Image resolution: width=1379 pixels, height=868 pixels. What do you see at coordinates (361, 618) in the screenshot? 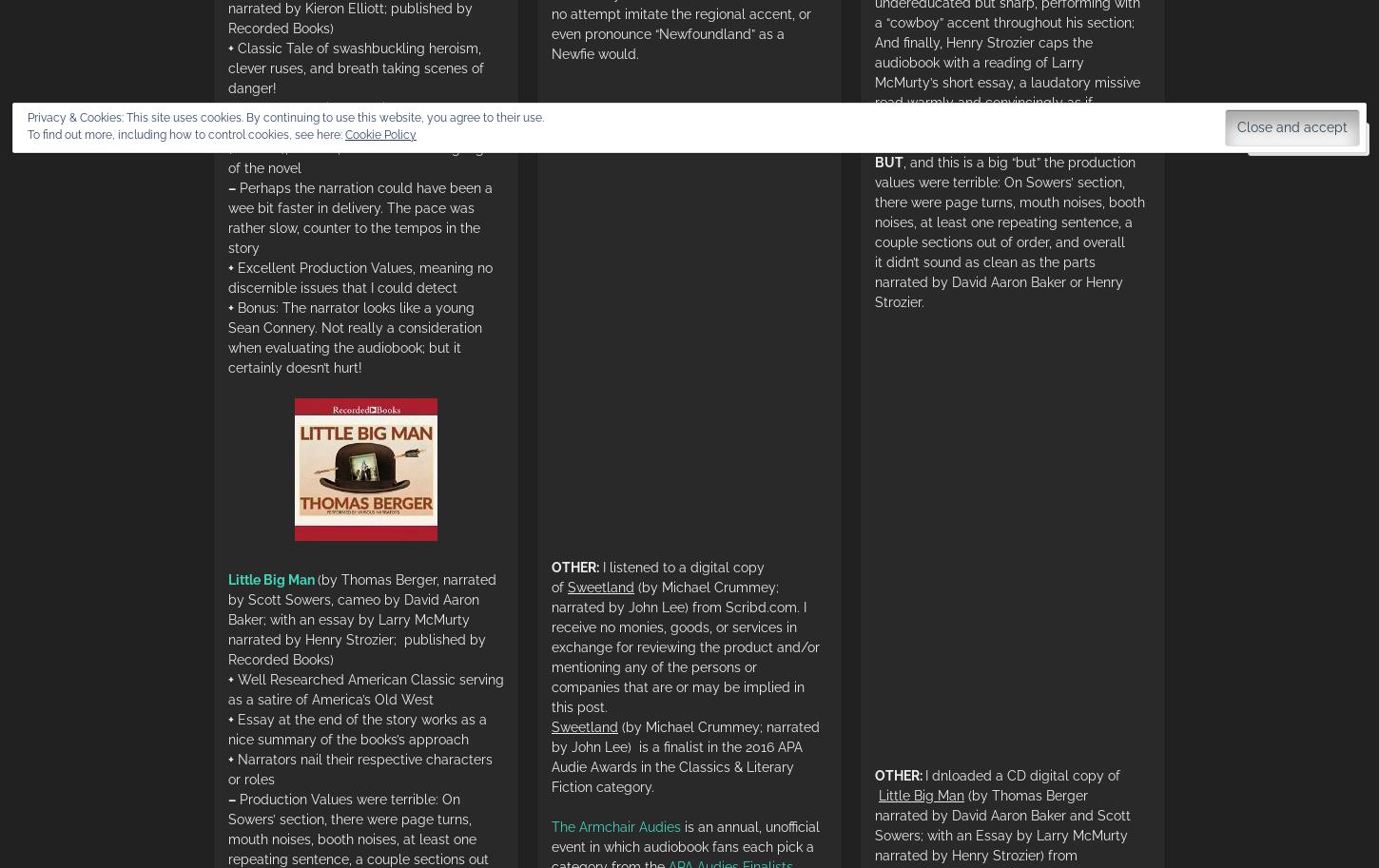
I see `'(by Thomas Berger, narrated by Scott Sowers, cameo by David Aaron Baker; with an essay by Larry McMurty narrated by Henry Strozier;  published by Recorded Books)'` at bounding box center [361, 618].